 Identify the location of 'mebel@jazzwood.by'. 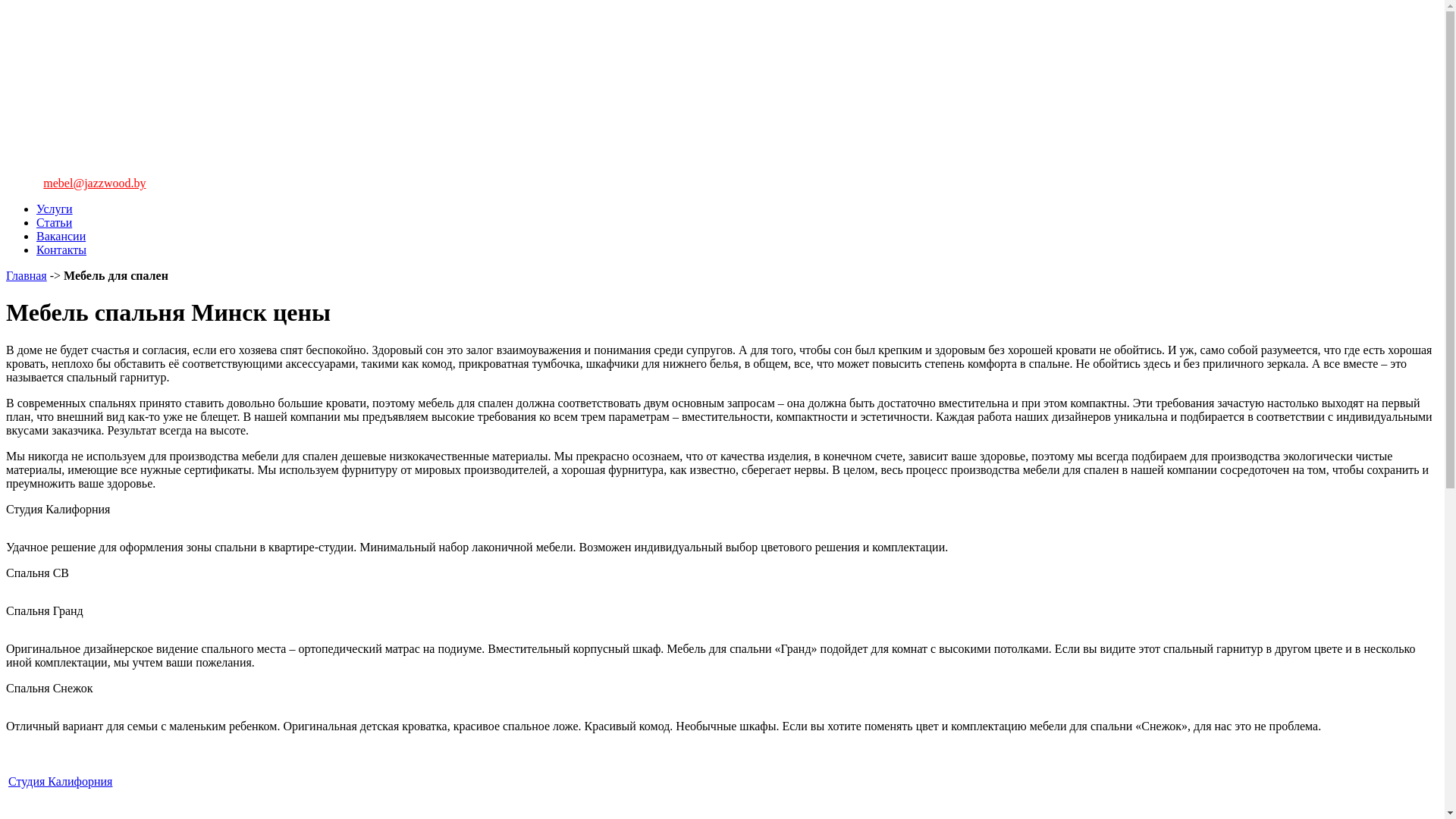
(93, 182).